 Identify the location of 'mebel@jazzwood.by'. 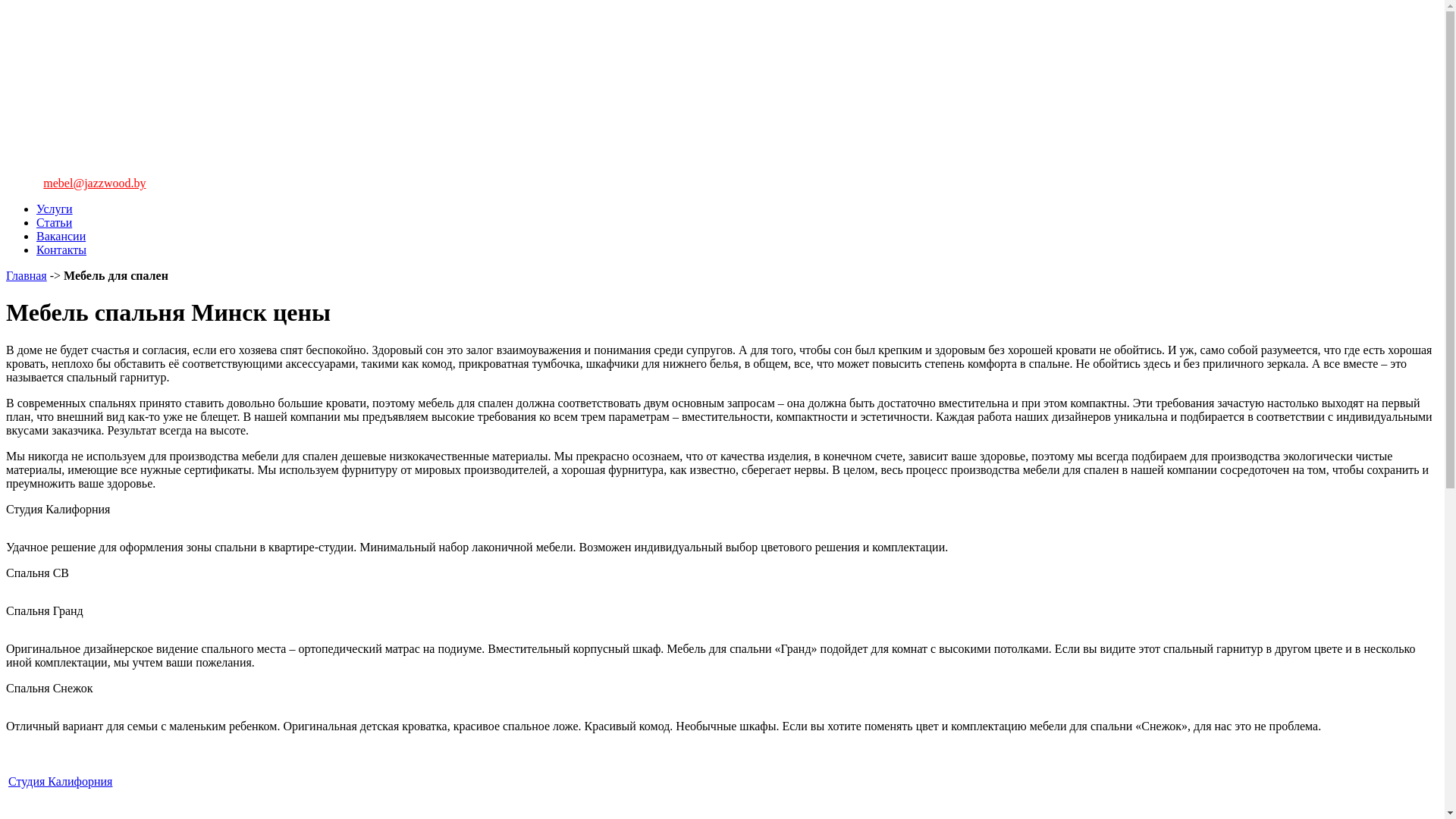
(93, 182).